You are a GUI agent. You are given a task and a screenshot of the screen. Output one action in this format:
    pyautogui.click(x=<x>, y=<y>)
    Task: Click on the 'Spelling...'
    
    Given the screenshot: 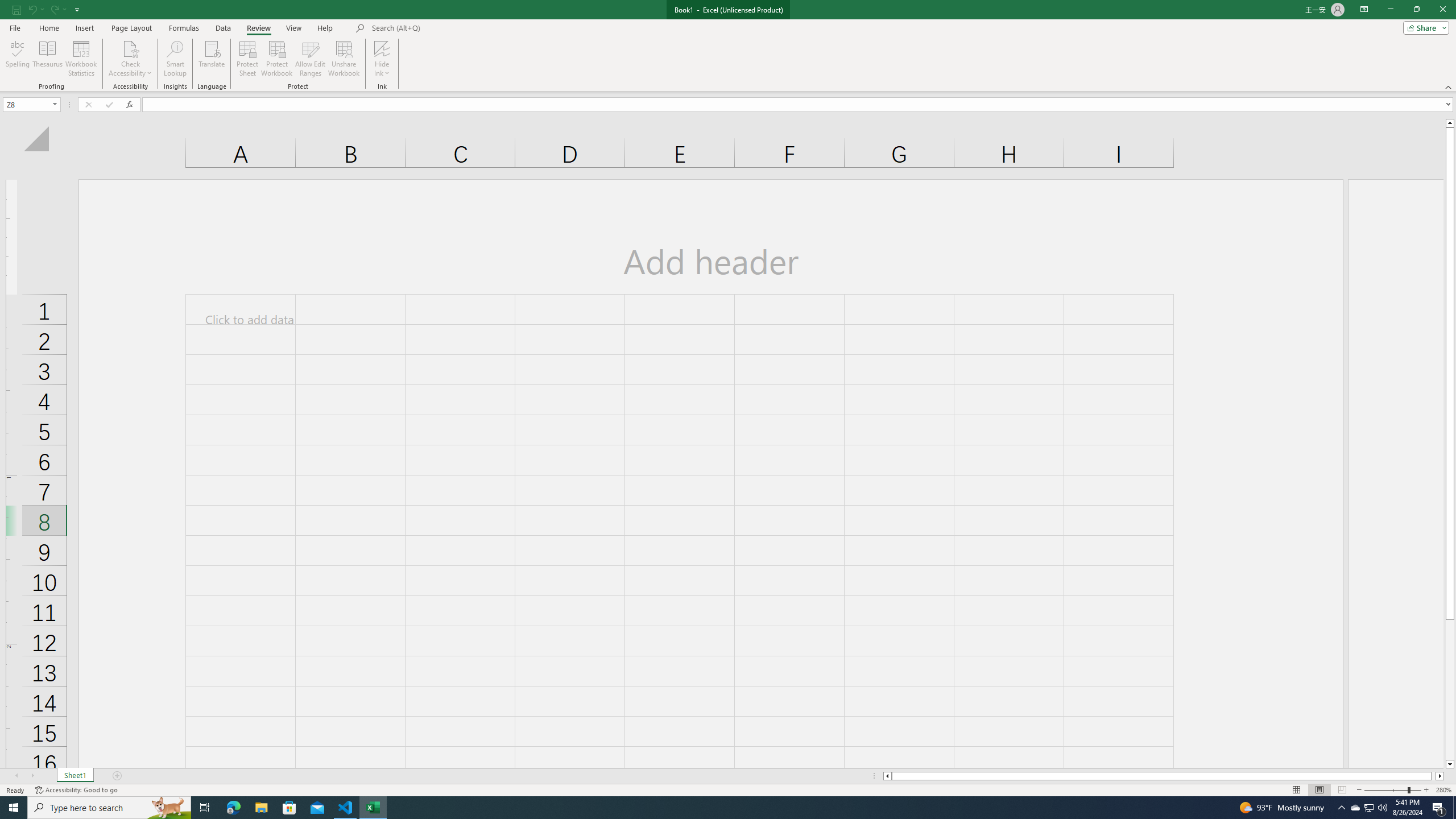 What is the action you would take?
    pyautogui.click(x=16, y=59)
    